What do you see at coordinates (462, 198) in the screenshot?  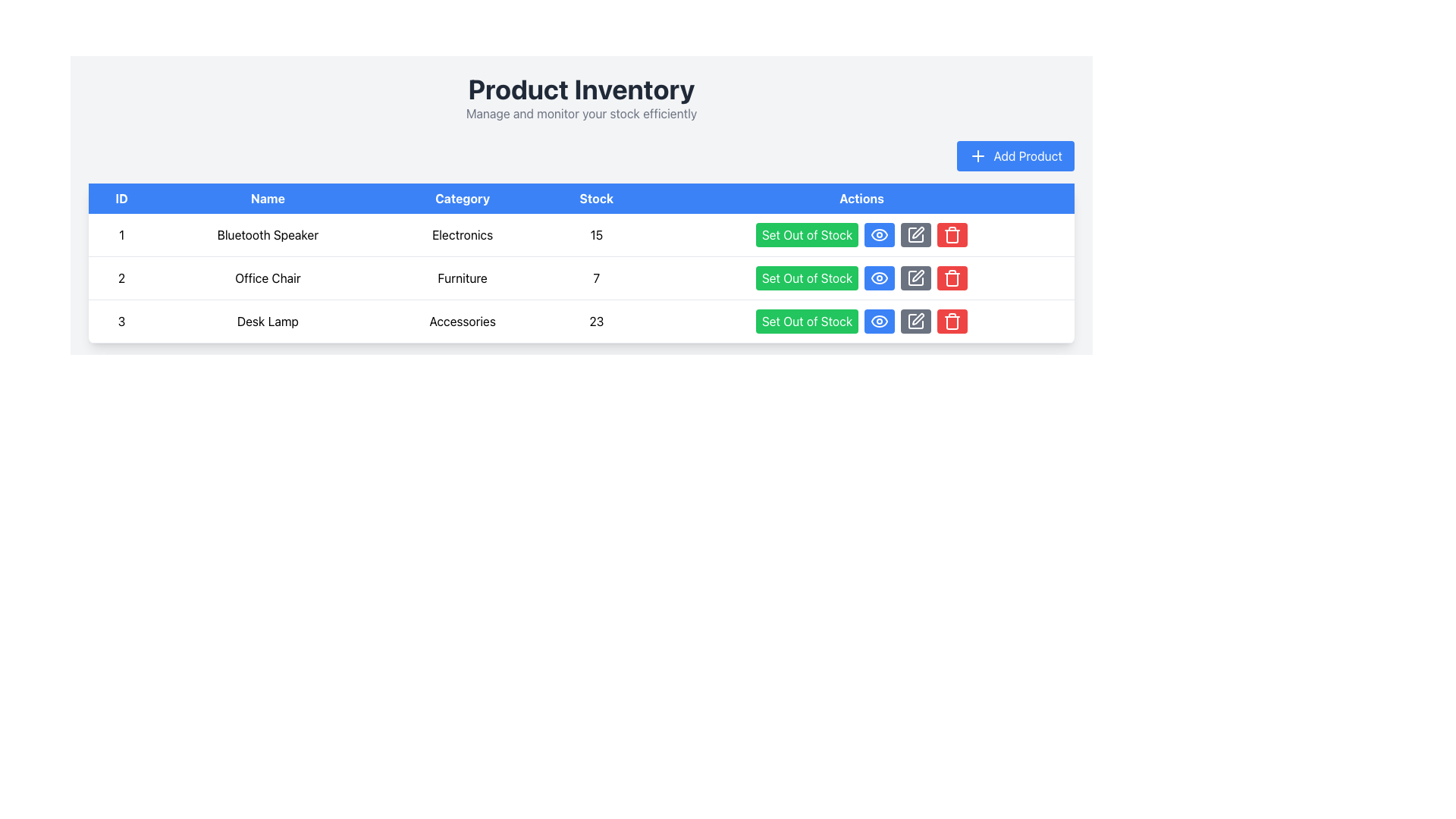 I see `the Table Header Cell labeled 'Category', which has white text on a blue background and is the third cell in the horizontal header row of the table` at bounding box center [462, 198].